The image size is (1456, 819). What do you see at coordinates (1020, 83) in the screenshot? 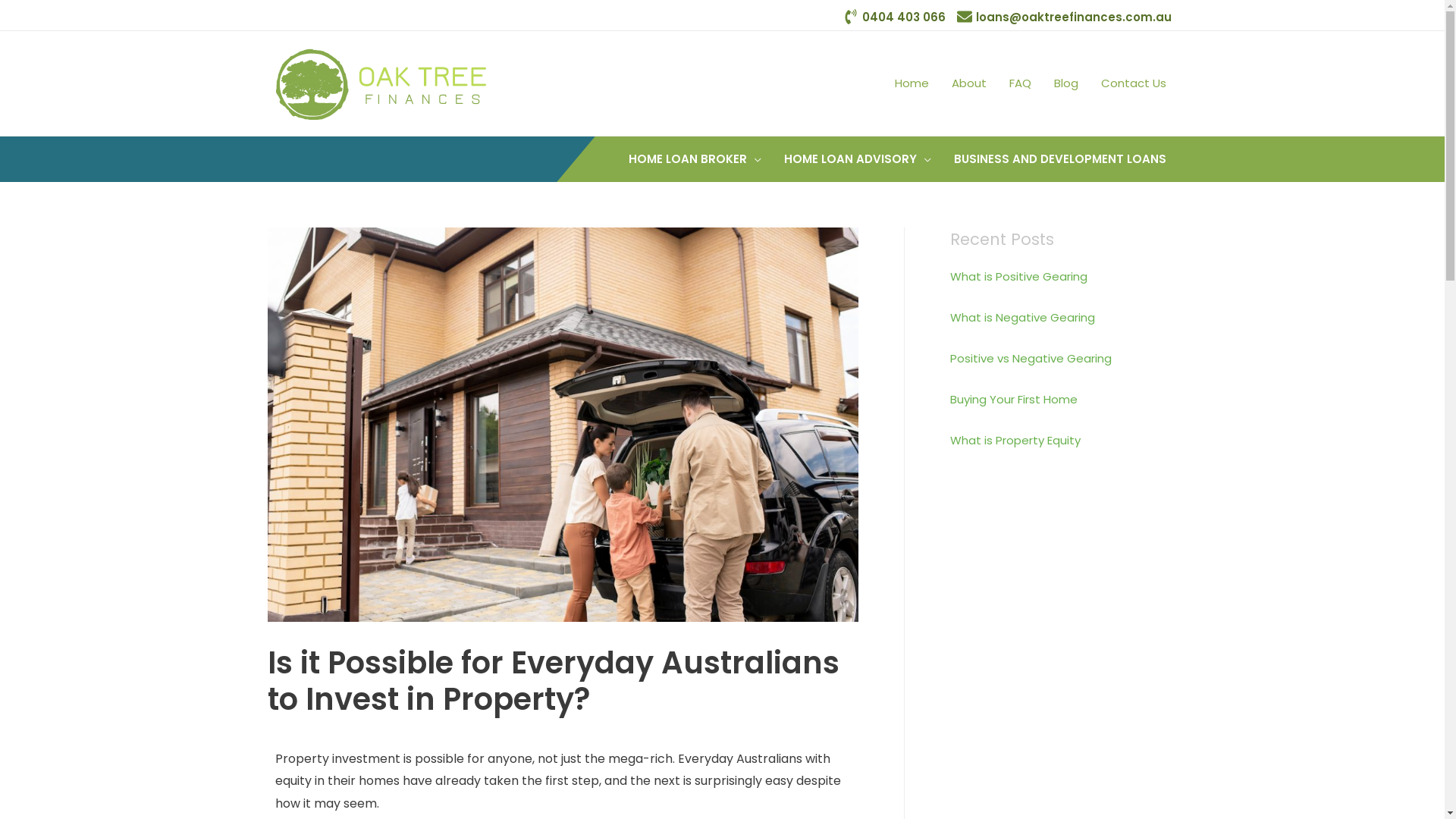
I see `'FAQ'` at bounding box center [1020, 83].